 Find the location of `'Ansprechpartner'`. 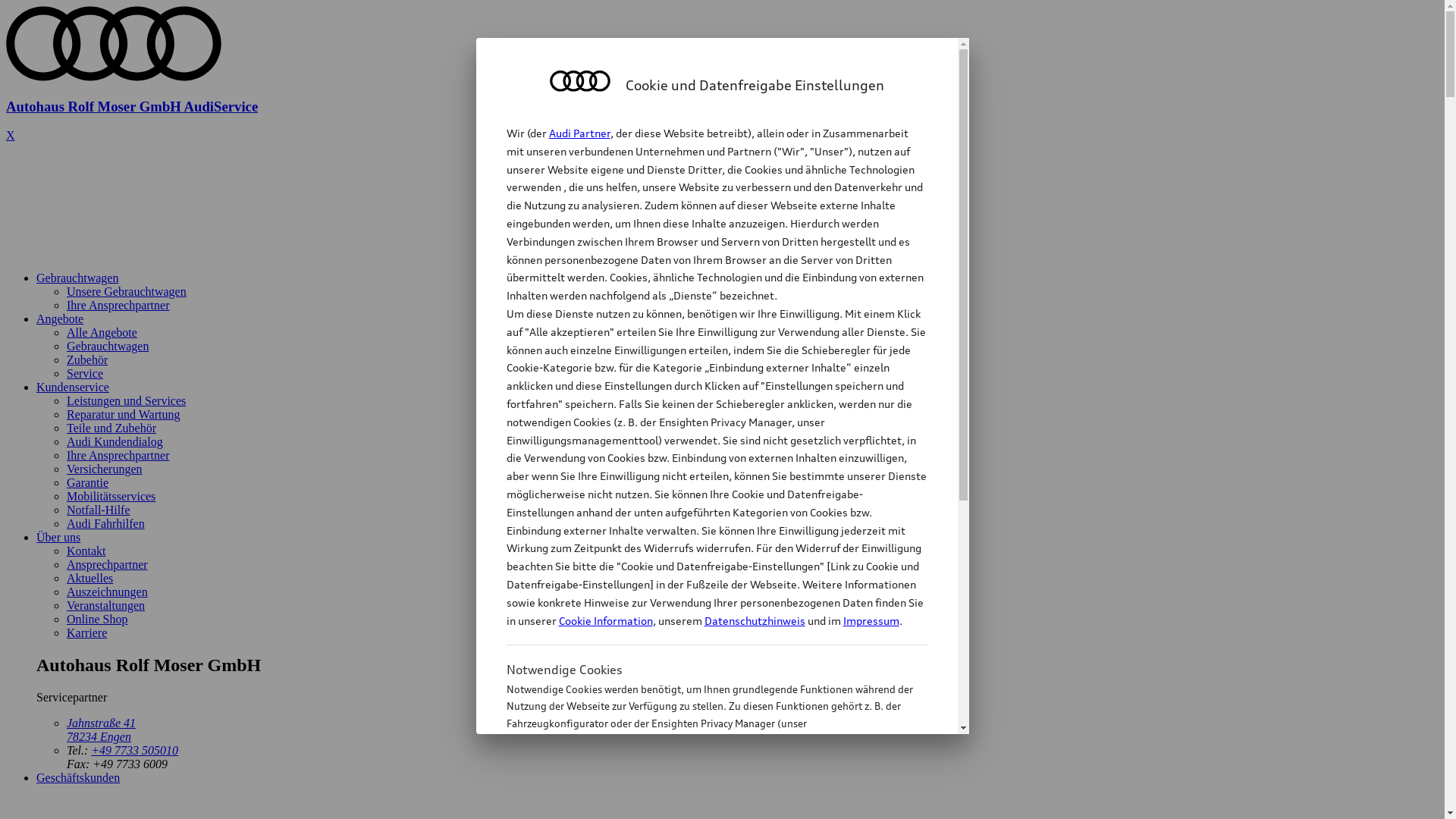

'Ansprechpartner' is located at coordinates (106, 564).